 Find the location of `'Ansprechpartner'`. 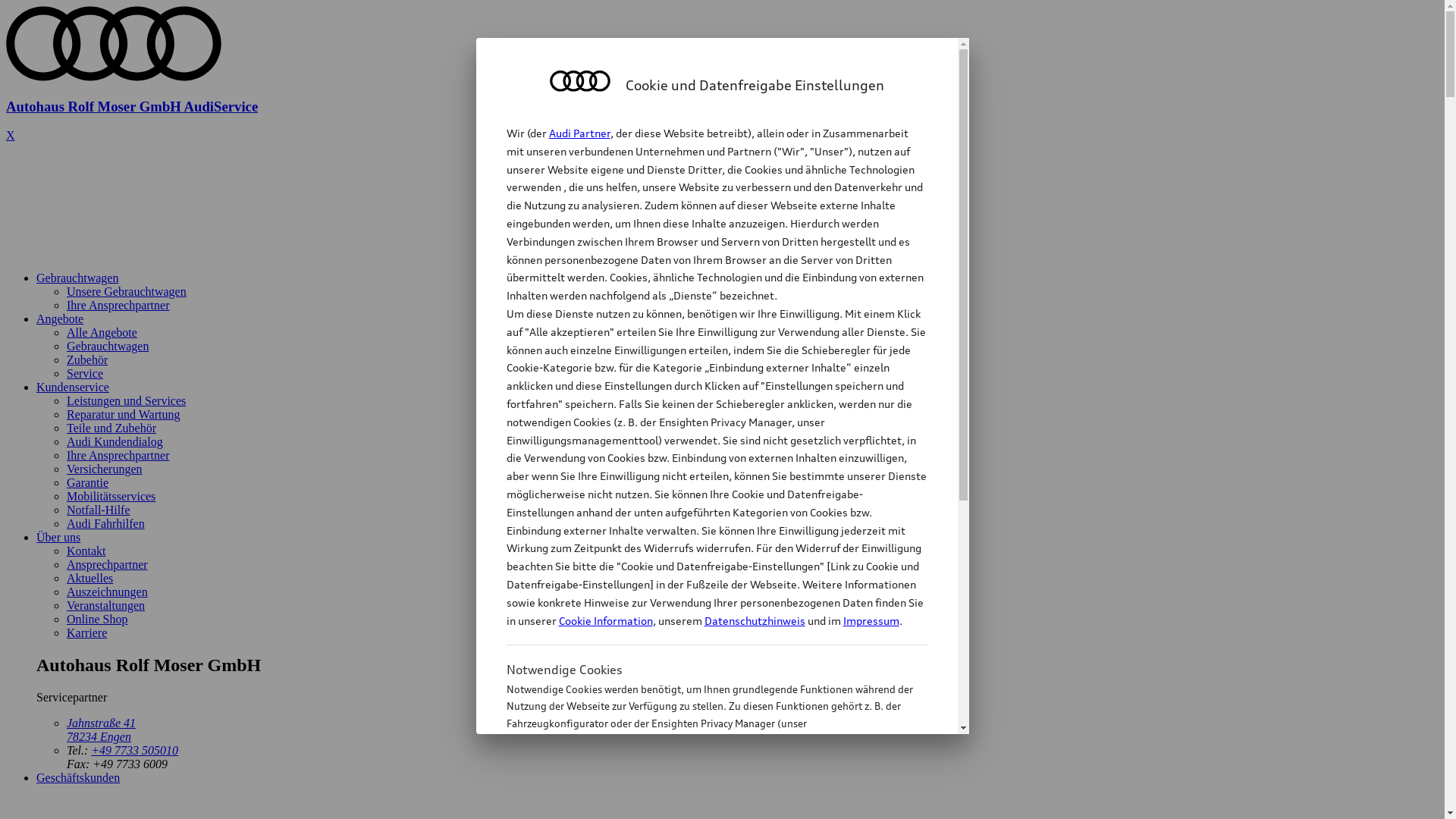

'Ansprechpartner' is located at coordinates (106, 564).